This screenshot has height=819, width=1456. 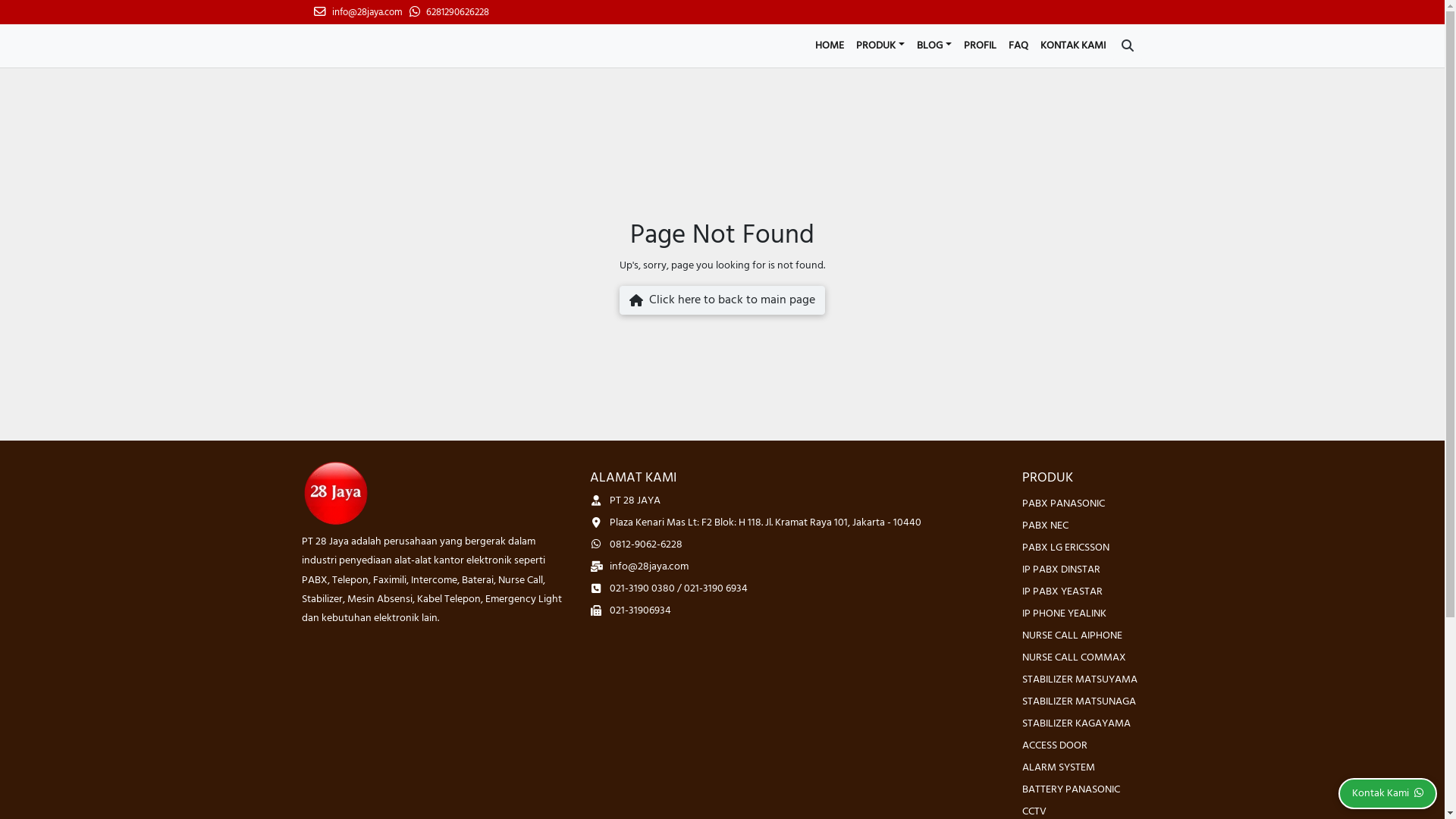 What do you see at coordinates (1075, 723) in the screenshot?
I see `'STABILIZER KAGAYAMA'` at bounding box center [1075, 723].